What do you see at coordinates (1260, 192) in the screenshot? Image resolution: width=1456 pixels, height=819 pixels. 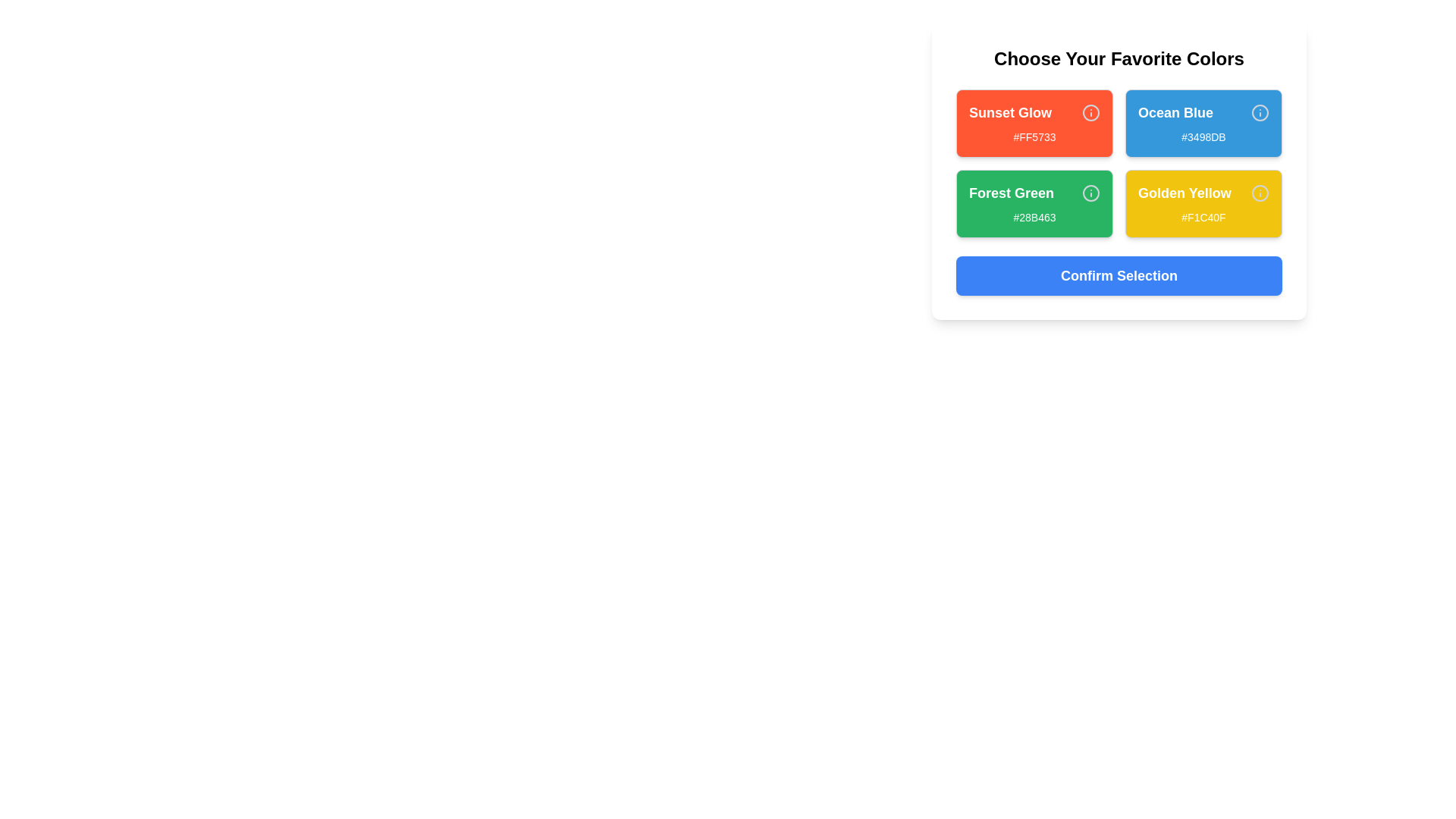 I see `the 'Info' icon for the color Golden Yellow` at bounding box center [1260, 192].